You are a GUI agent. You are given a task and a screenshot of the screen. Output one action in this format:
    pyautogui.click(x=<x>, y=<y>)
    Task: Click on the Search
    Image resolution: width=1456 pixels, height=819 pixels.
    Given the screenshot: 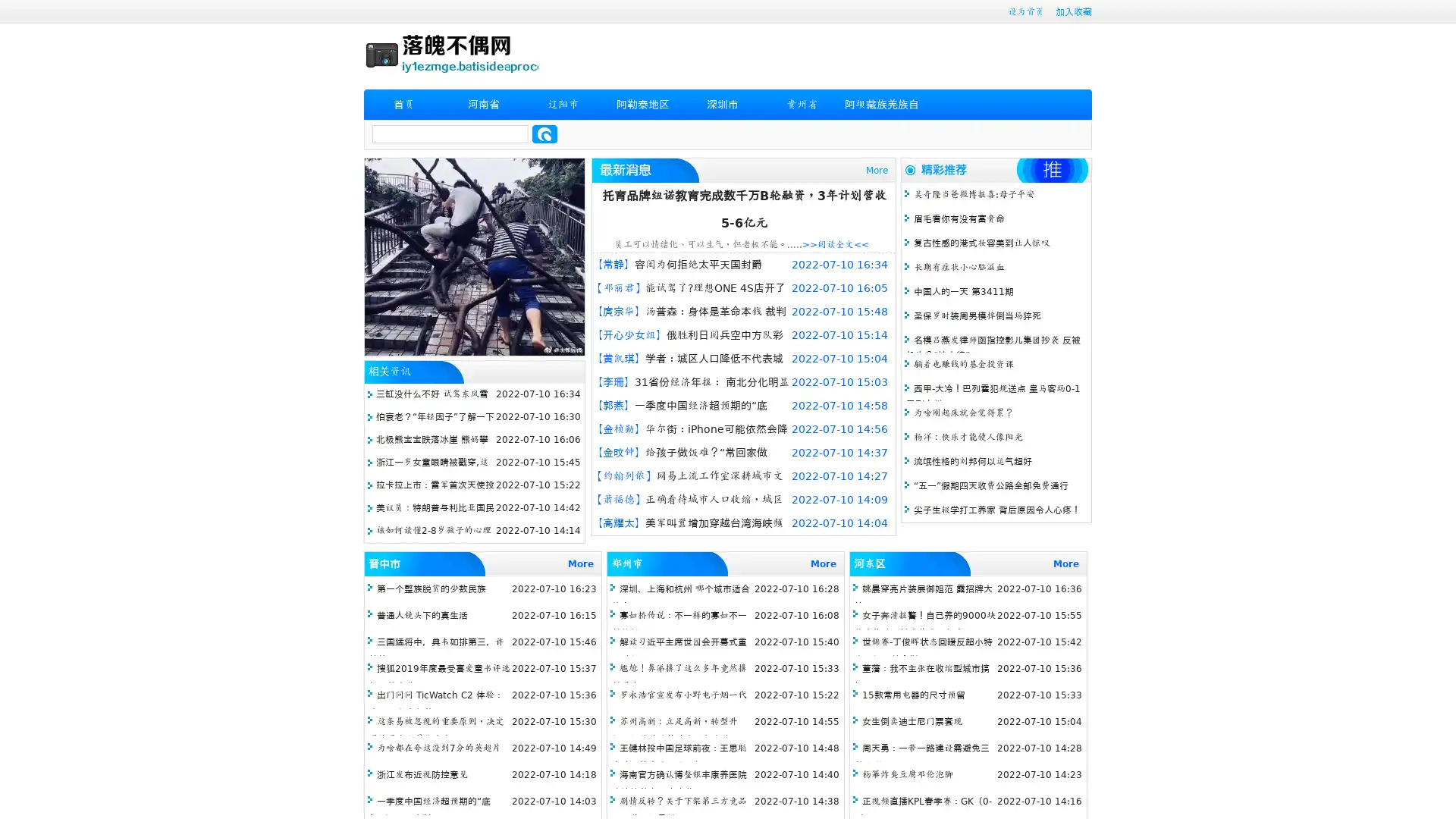 What is the action you would take?
    pyautogui.click(x=544, y=133)
    